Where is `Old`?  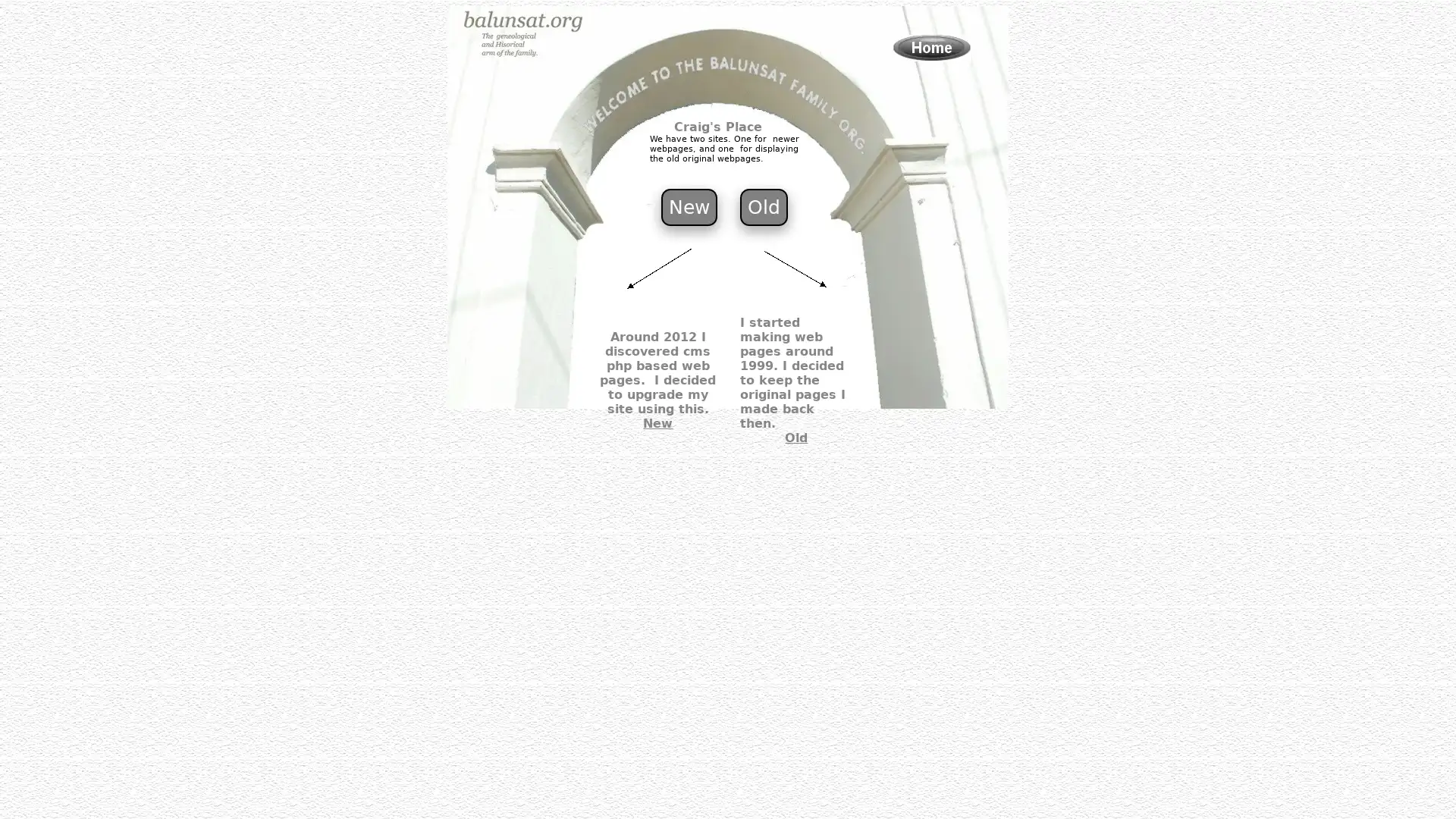 Old is located at coordinates (763, 207).